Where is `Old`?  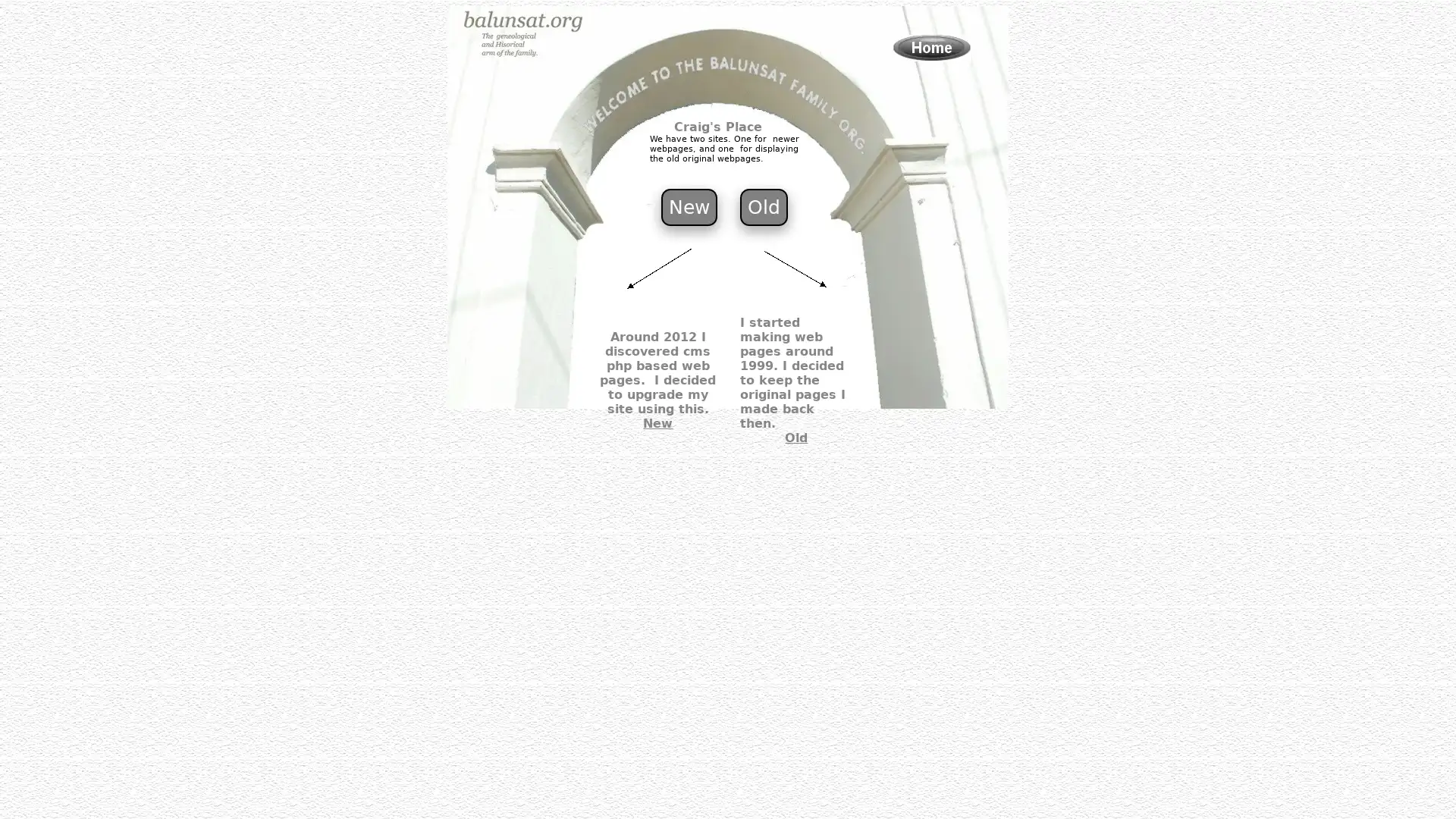 Old is located at coordinates (763, 207).